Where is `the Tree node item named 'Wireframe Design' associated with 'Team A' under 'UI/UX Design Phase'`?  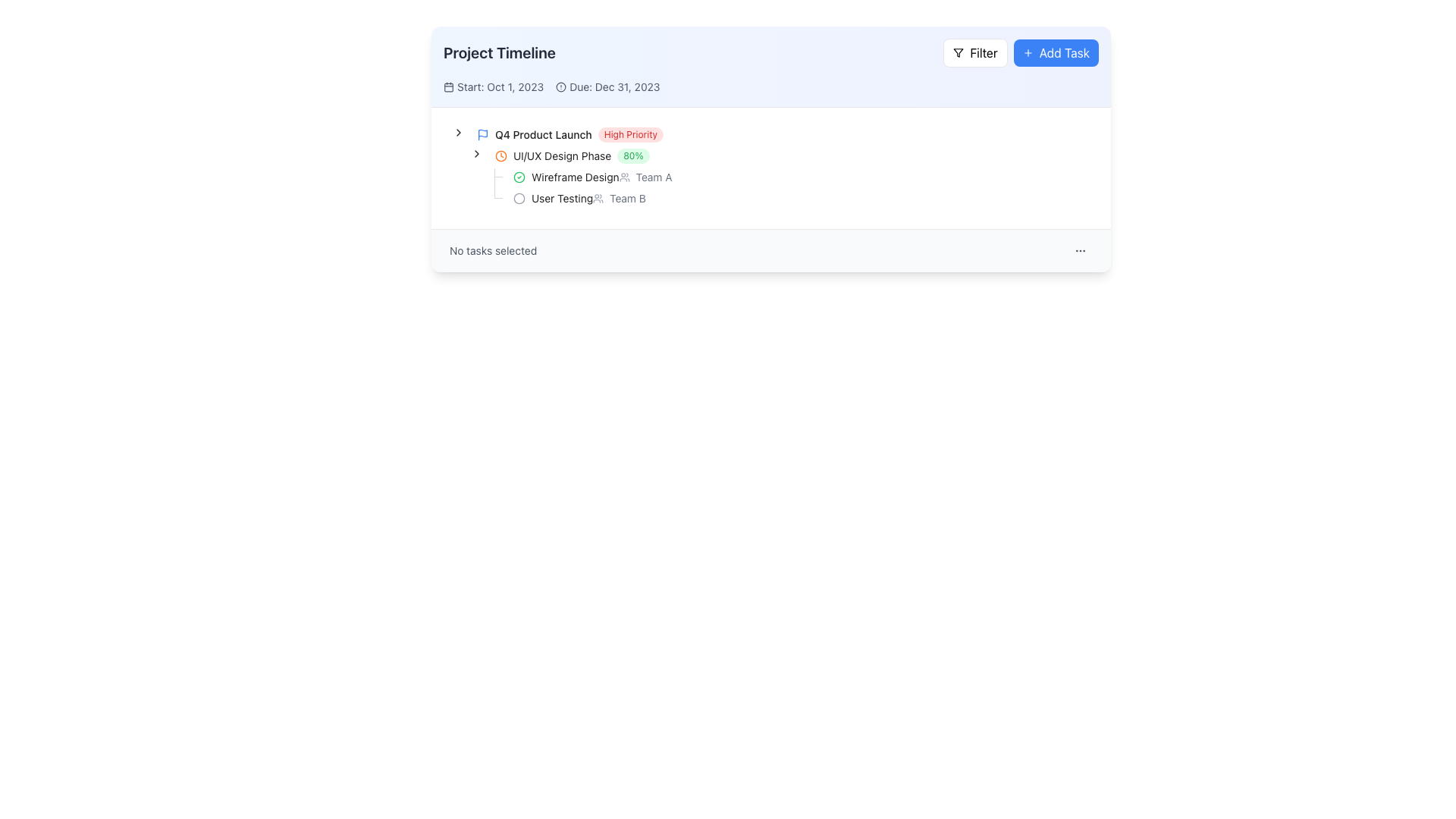
the Tree node item named 'Wireframe Design' associated with 'Team A' under 'UI/UX Design Phase' is located at coordinates (598, 177).